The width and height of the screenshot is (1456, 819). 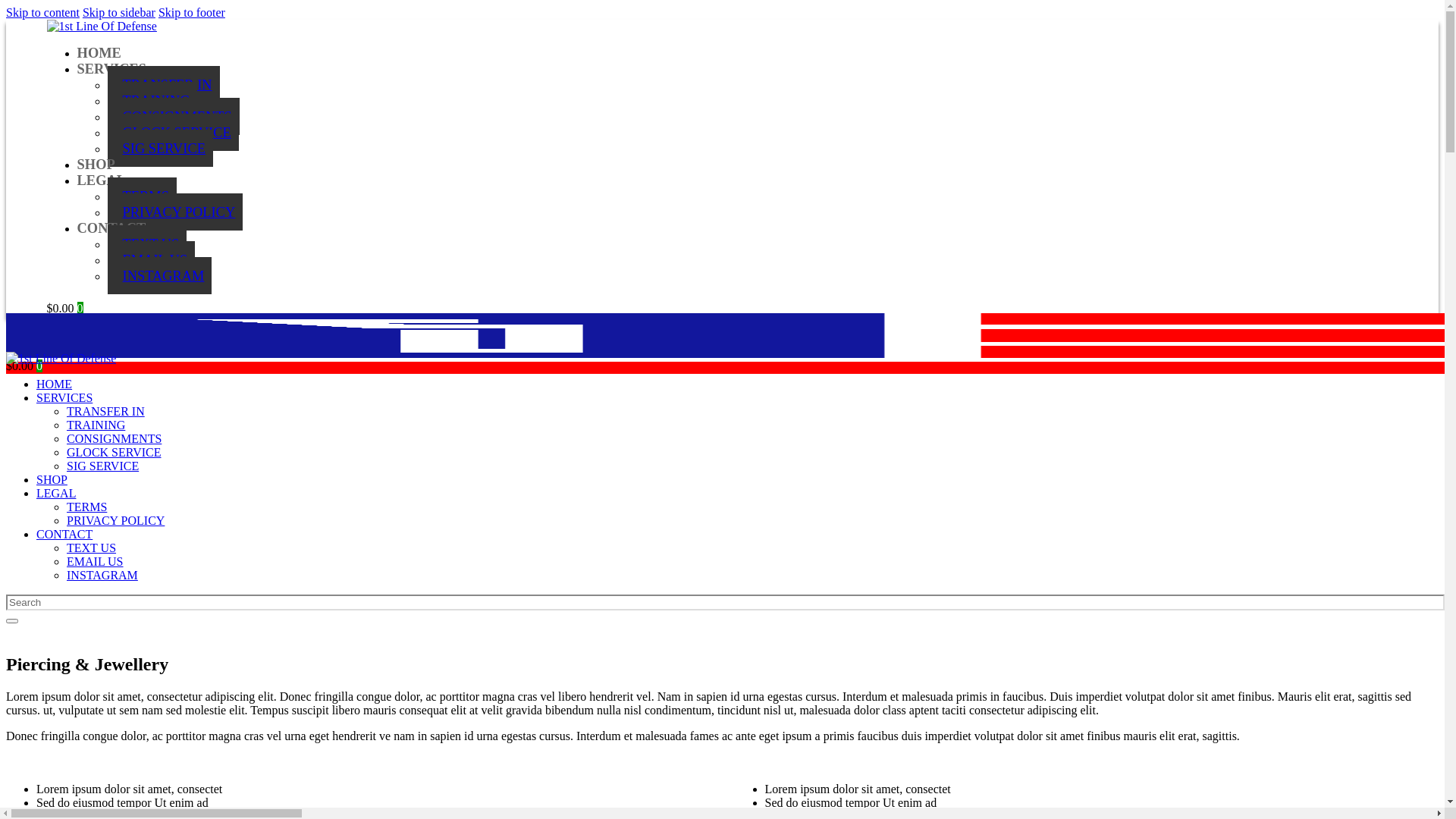 What do you see at coordinates (36, 479) in the screenshot?
I see `'SHOP'` at bounding box center [36, 479].